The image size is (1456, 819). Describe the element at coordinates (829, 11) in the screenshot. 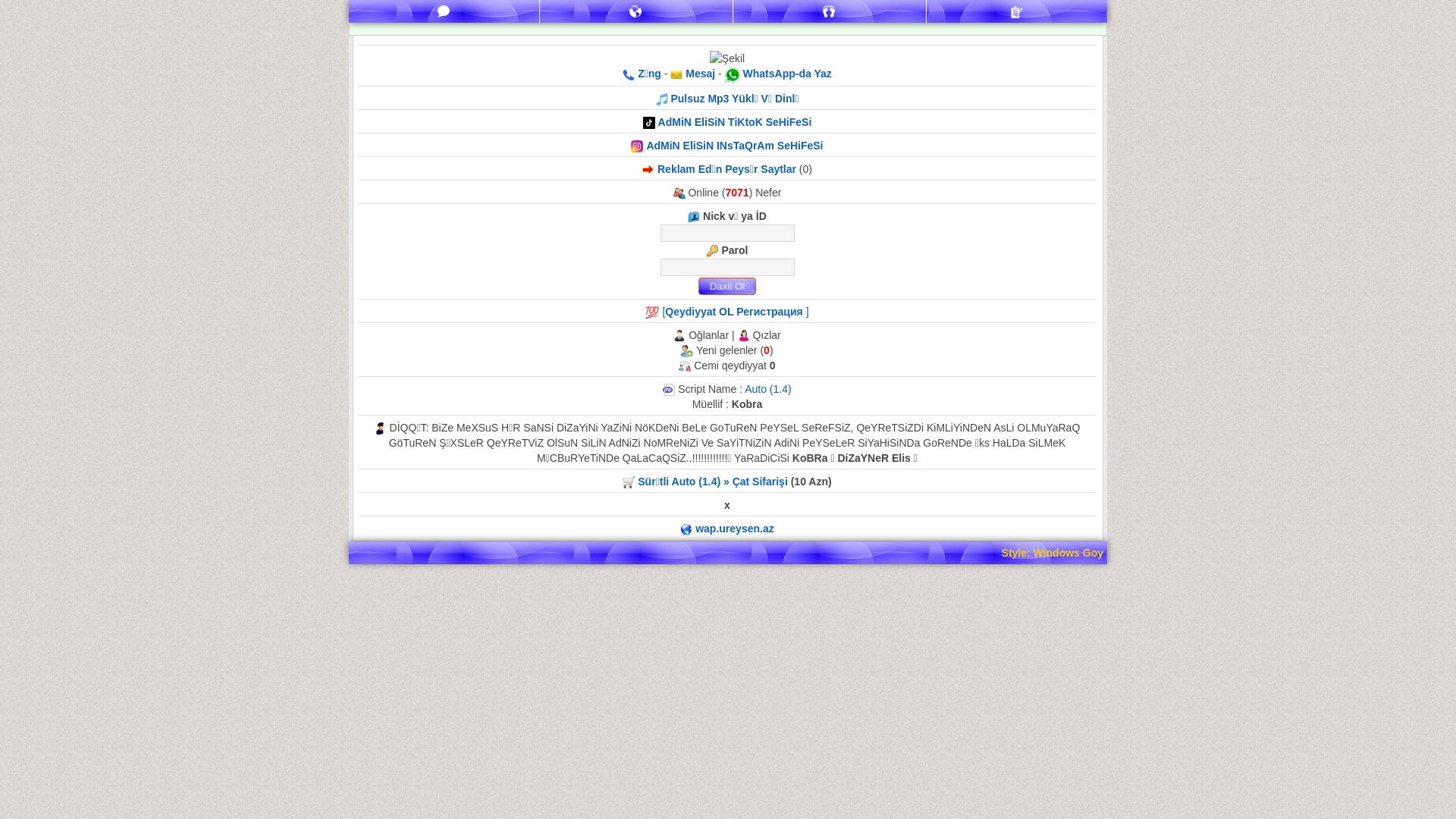

I see `'Qonaqlar'` at that location.